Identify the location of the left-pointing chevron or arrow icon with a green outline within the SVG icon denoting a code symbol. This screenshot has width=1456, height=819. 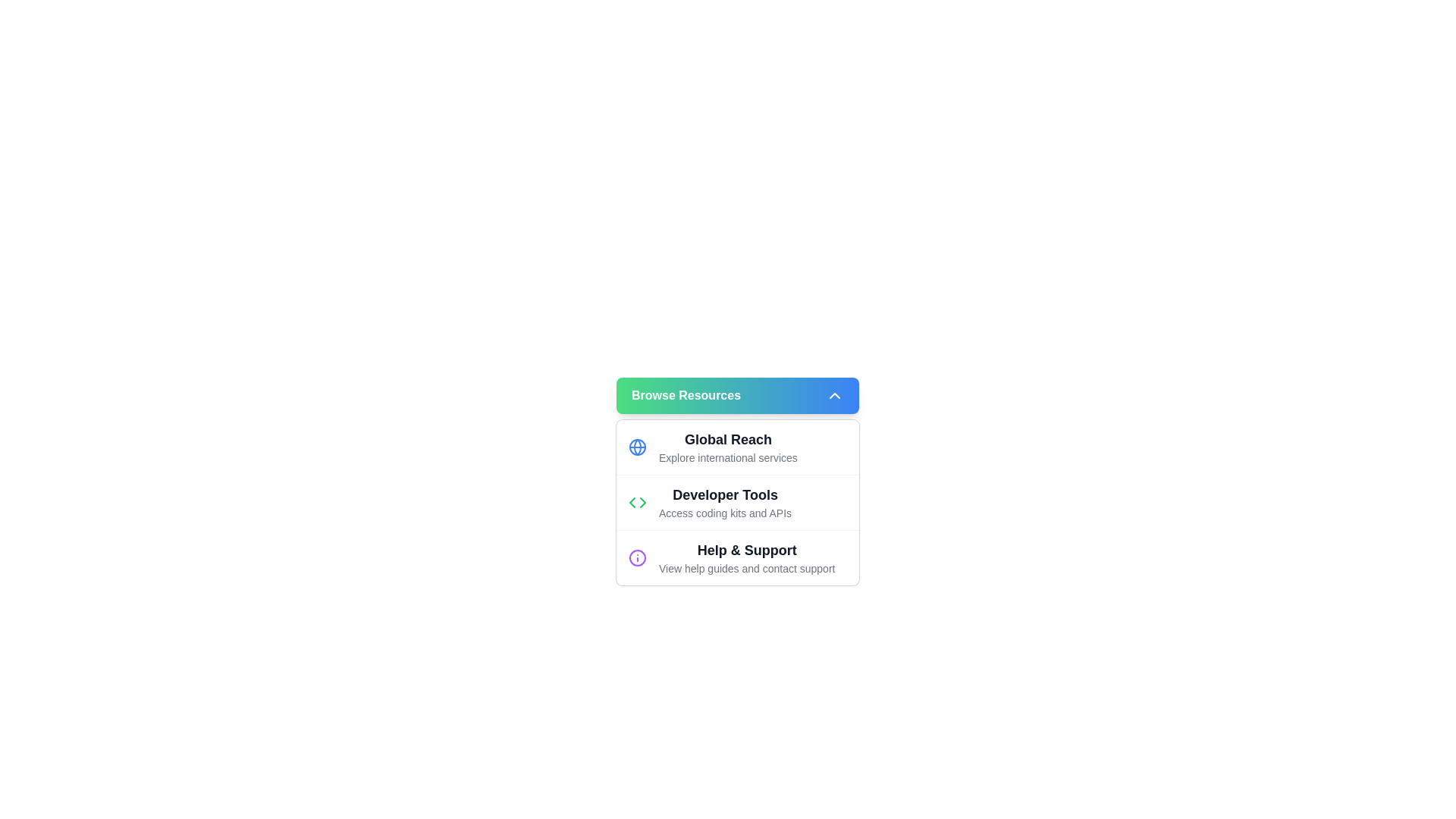
(632, 503).